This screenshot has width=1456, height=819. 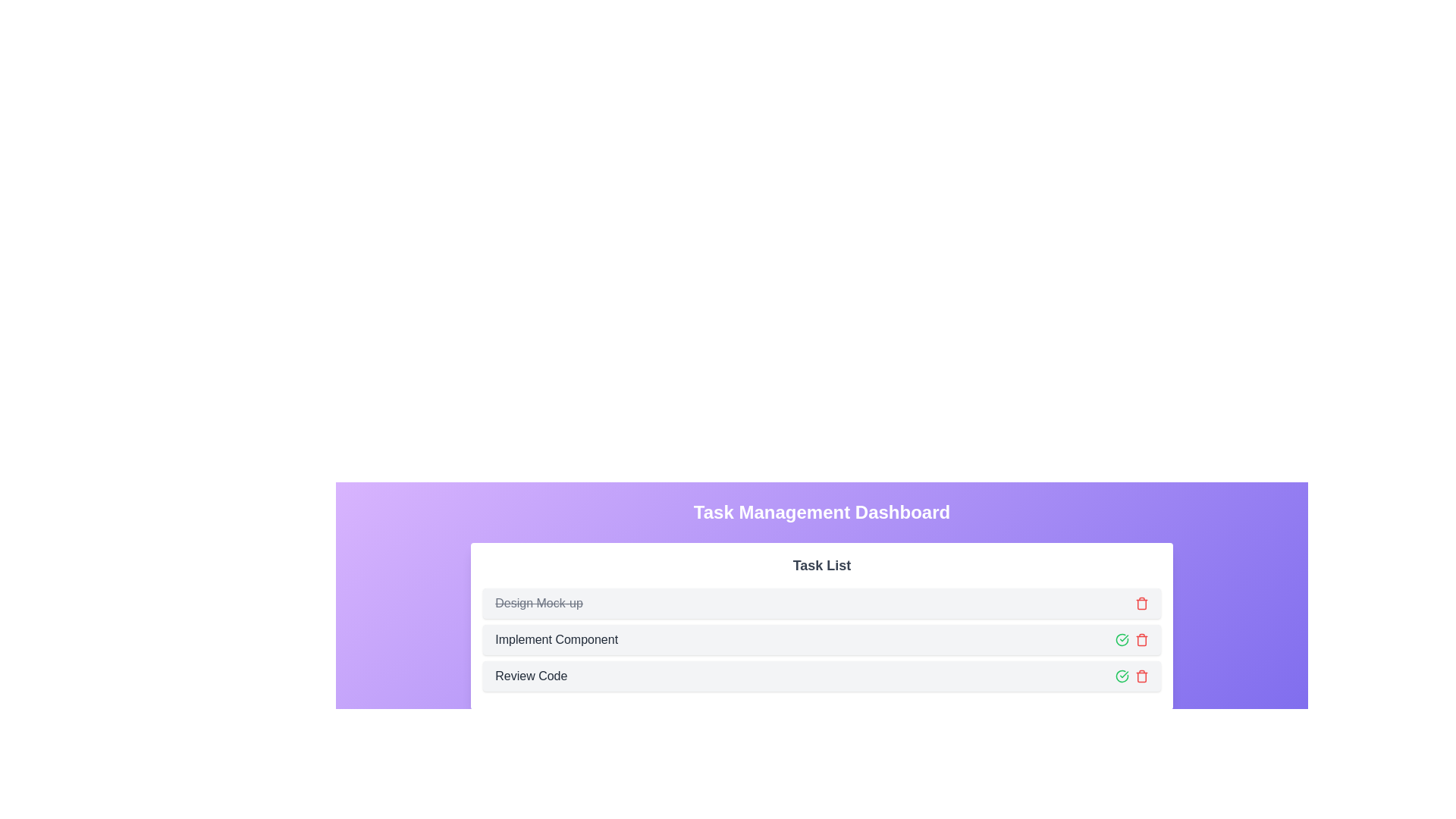 What do you see at coordinates (821, 512) in the screenshot?
I see `the text heading labeled 'Task Management Dashboard', which is styled in a bold and large font, centered within a purple gradient background` at bounding box center [821, 512].